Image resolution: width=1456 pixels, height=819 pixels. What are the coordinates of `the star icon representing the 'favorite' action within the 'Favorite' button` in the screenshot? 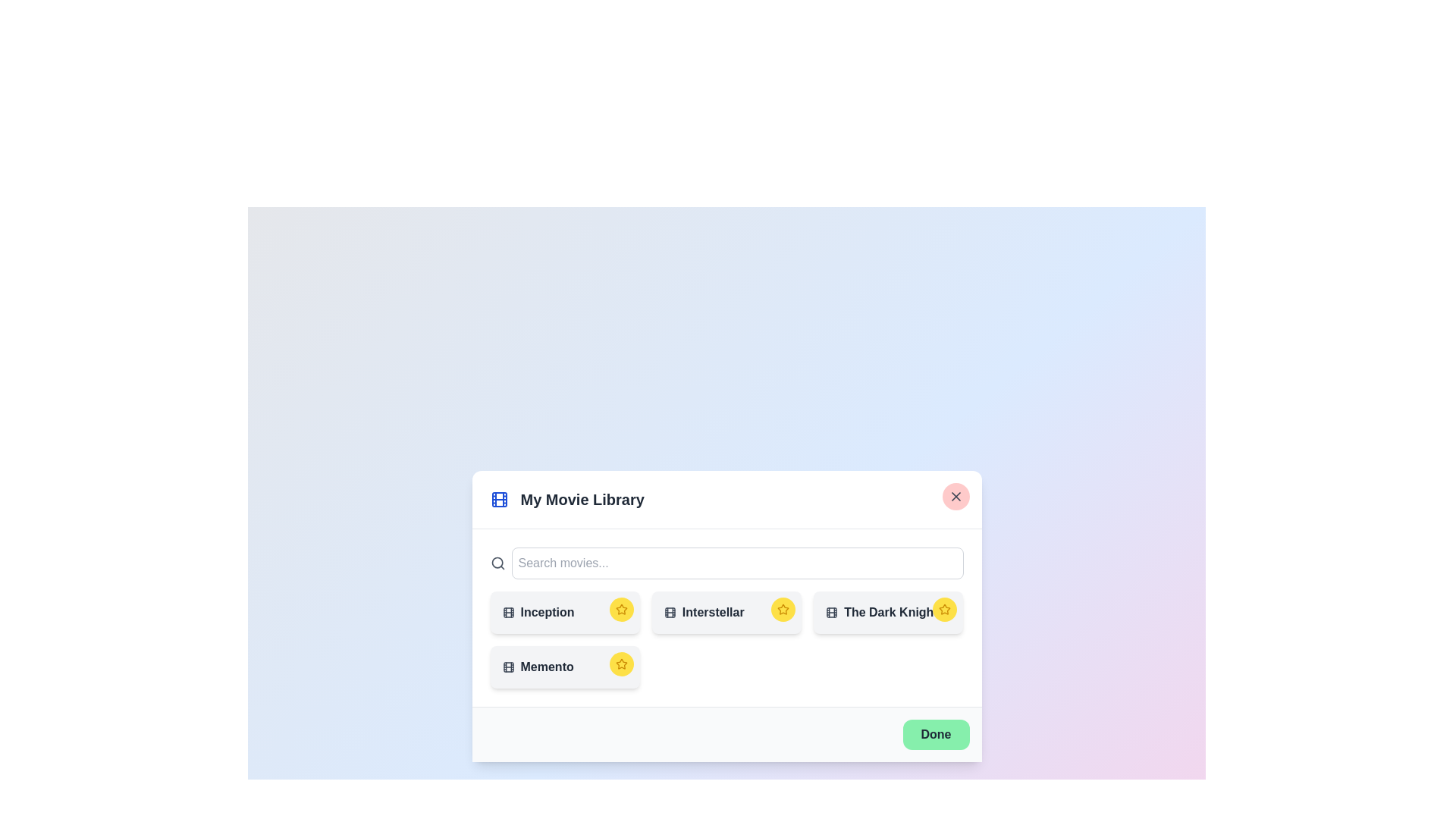 It's located at (944, 608).